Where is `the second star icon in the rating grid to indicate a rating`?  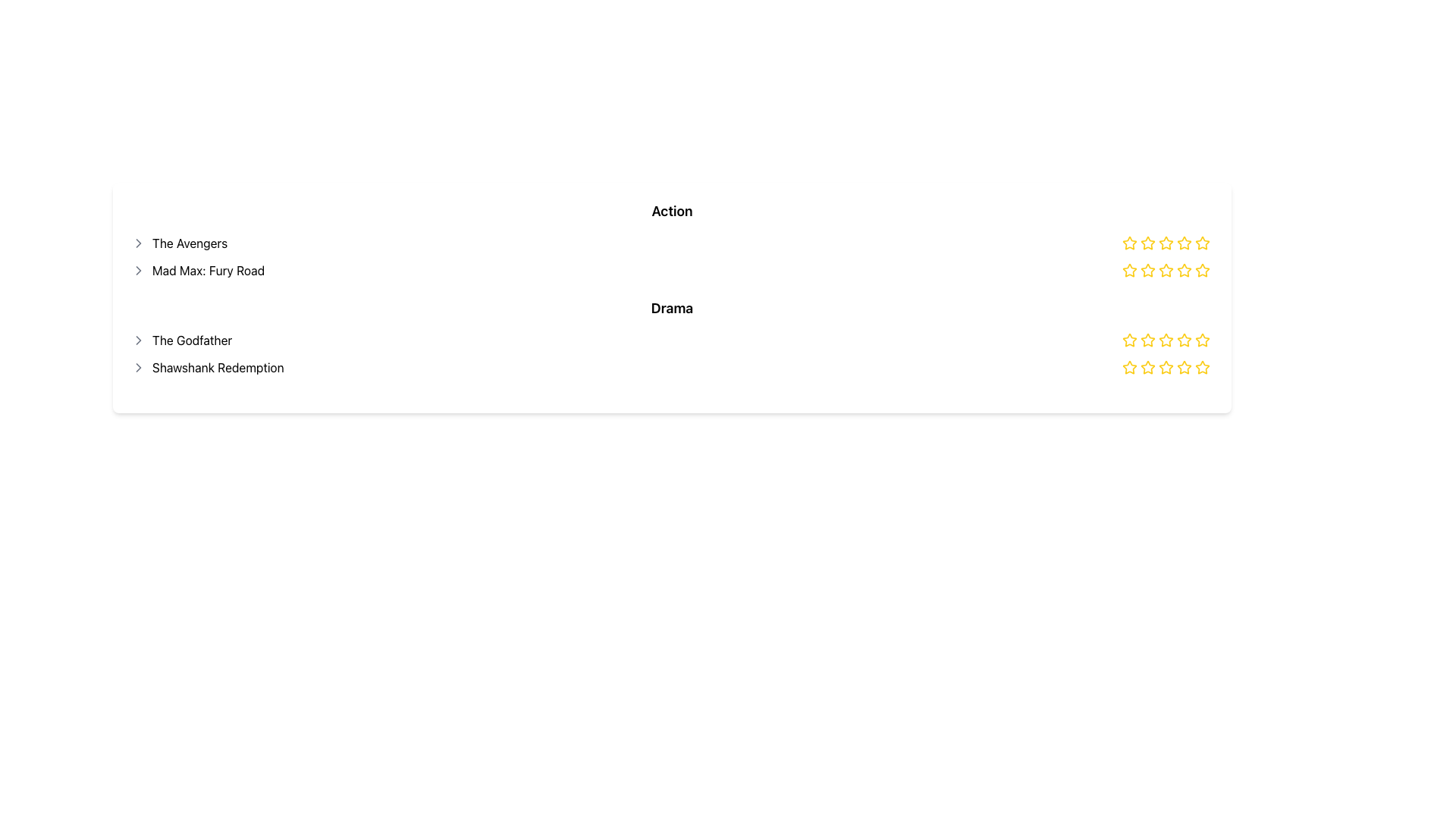
the second star icon in the rating grid to indicate a rating is located at coordinates (1147, 270).